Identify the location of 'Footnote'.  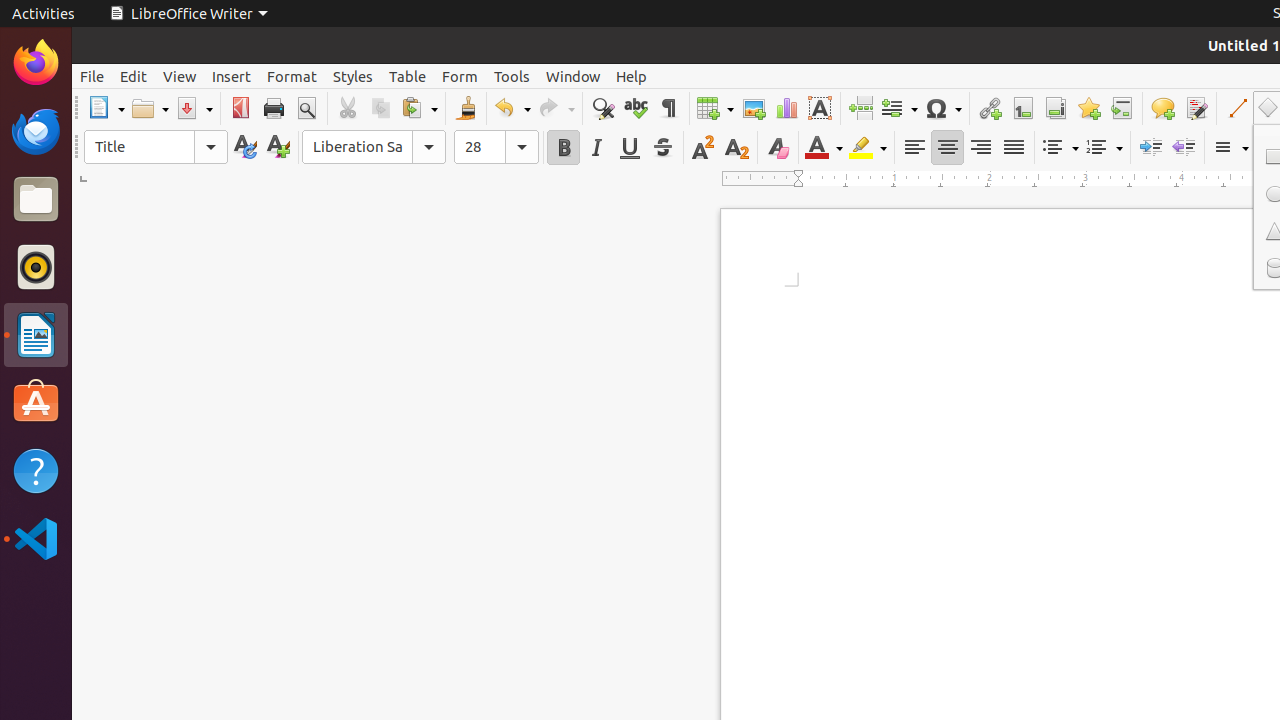
(1022, 108).